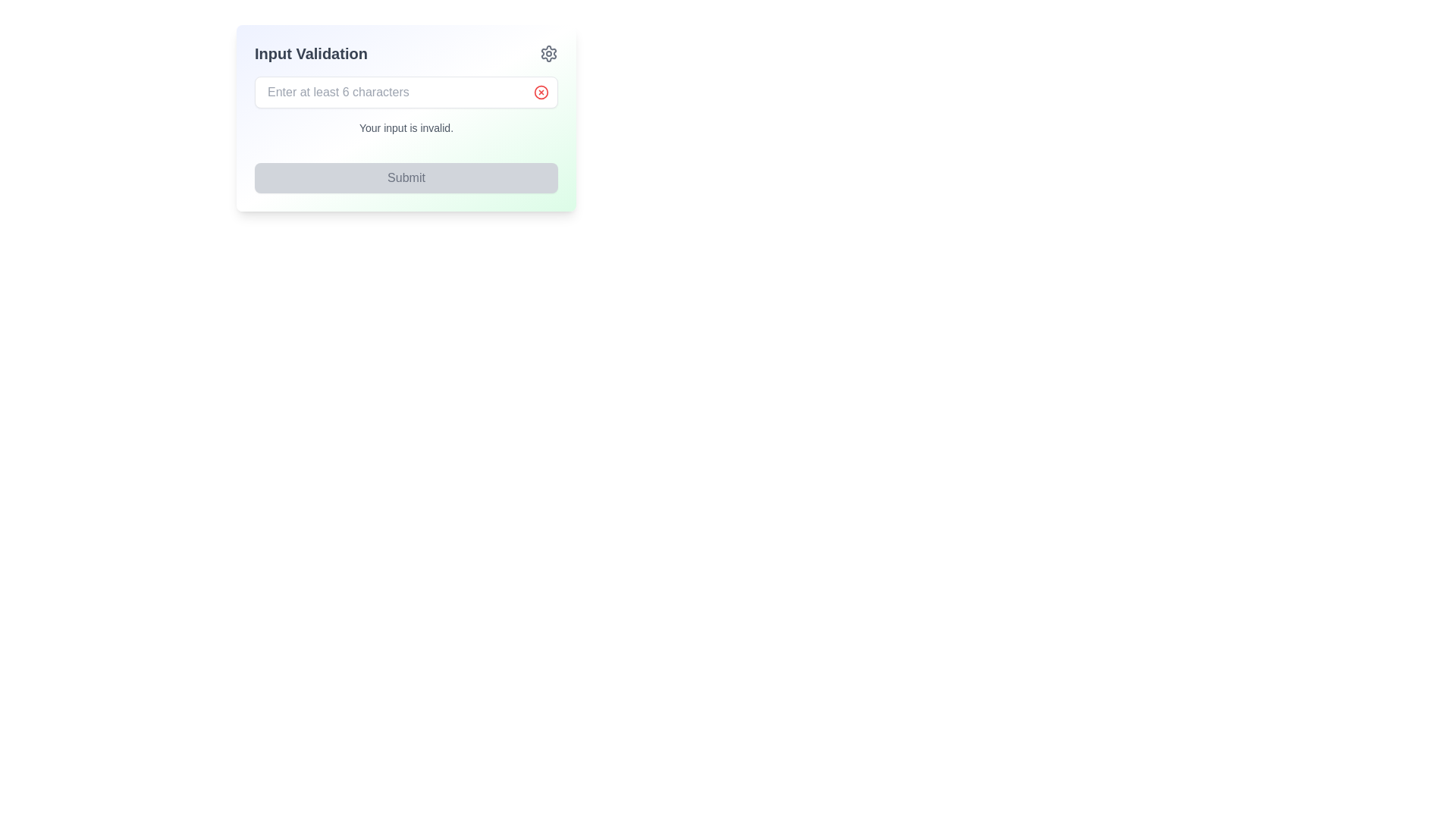 The height and width of the screenshot is (819, 1456). Describe the element at coordinates (541, 93) in the screenshot. I see `the error state indicator icon located at the right end of the input validation form field` at that location.